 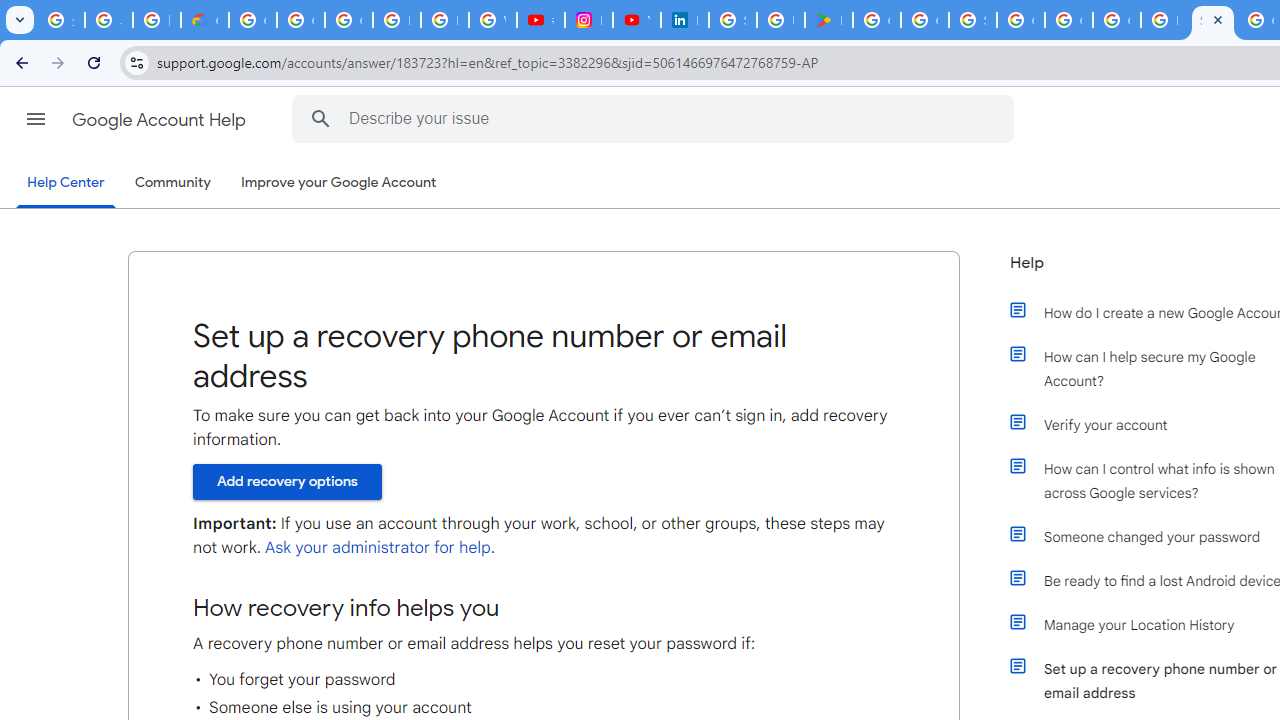 I want to click on 'Privacy Help Center - Policies Help', so click(x=443, y=20).